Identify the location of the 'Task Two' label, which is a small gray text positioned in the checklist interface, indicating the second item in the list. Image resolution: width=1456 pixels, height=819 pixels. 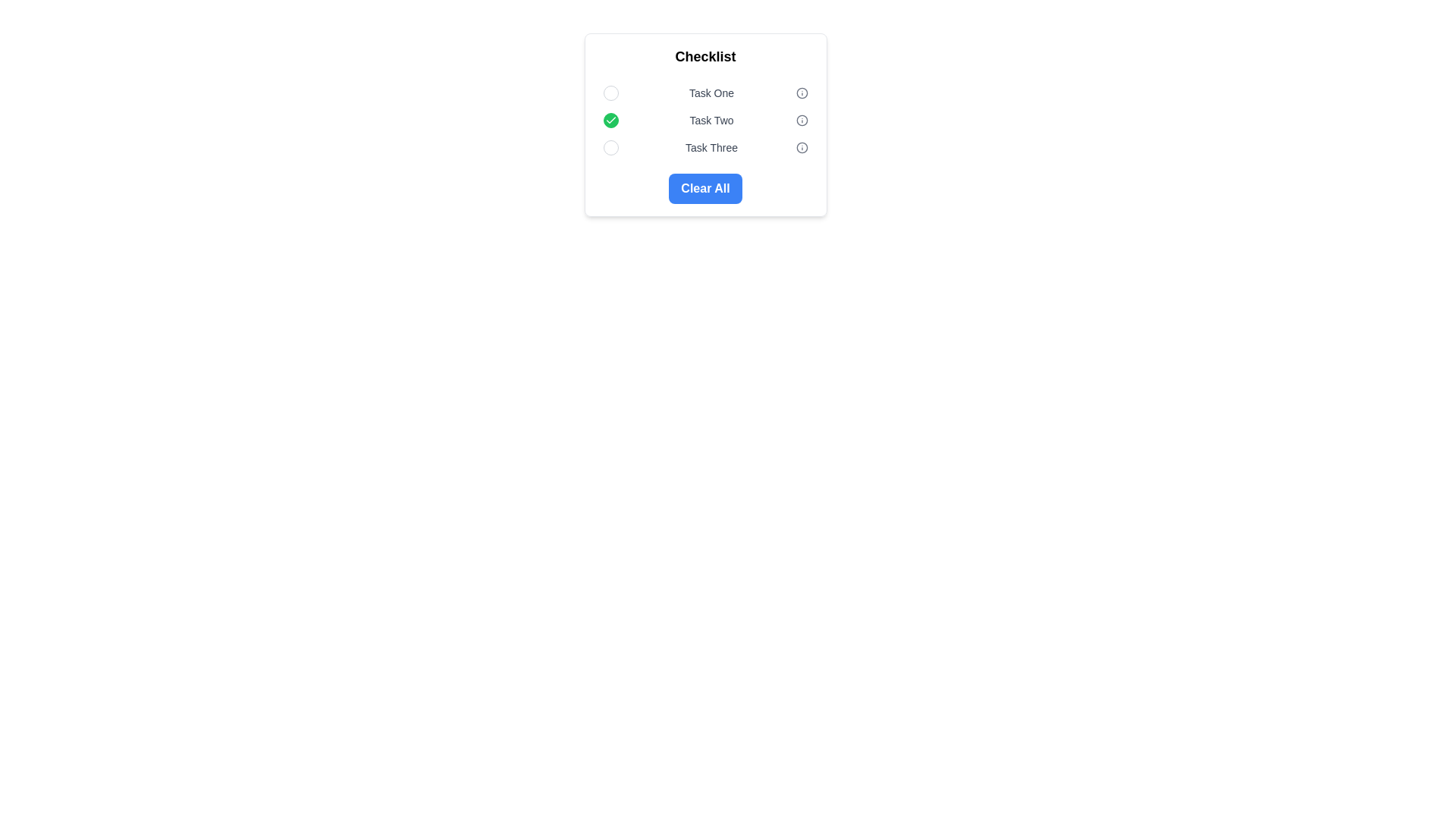
(711, 119).